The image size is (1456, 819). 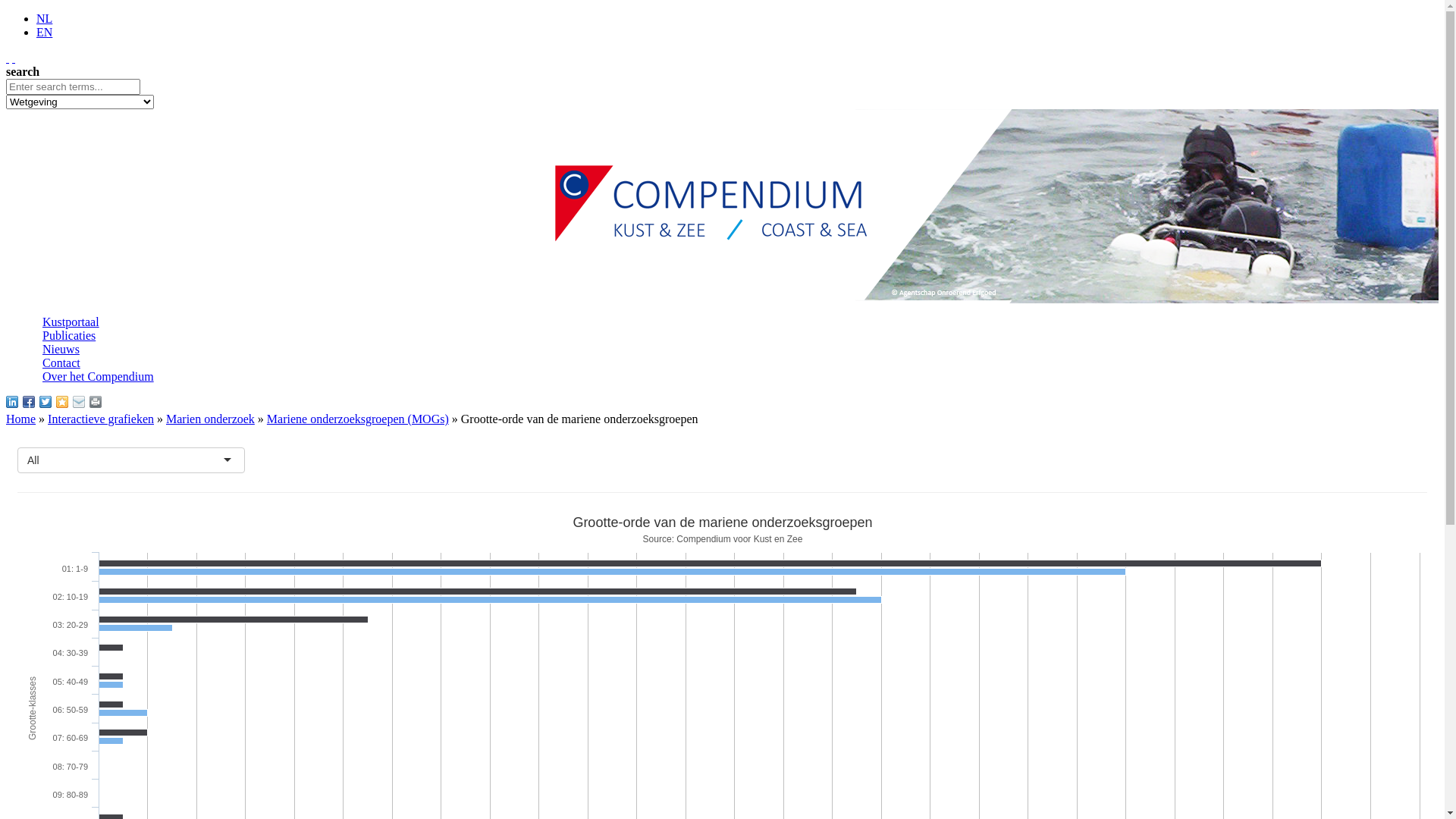 I want to click on 'Contact', so click(x=42, y=362).